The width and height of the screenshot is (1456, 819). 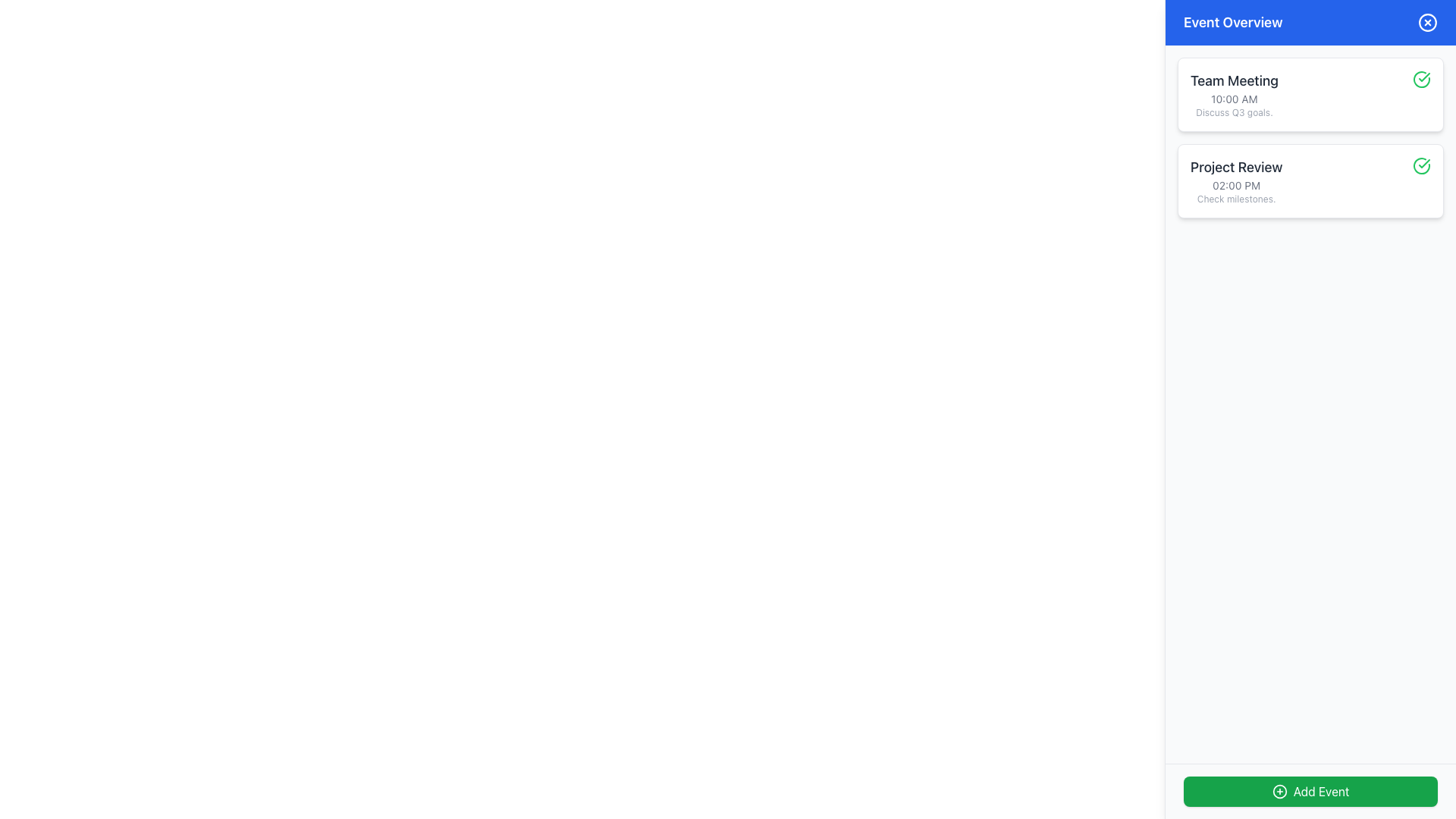 I want to click on the SVG circle element that visually indicates the 'Add Event' functionality, located at the bottom-right region of the interface, so click(x=1279, y=791).